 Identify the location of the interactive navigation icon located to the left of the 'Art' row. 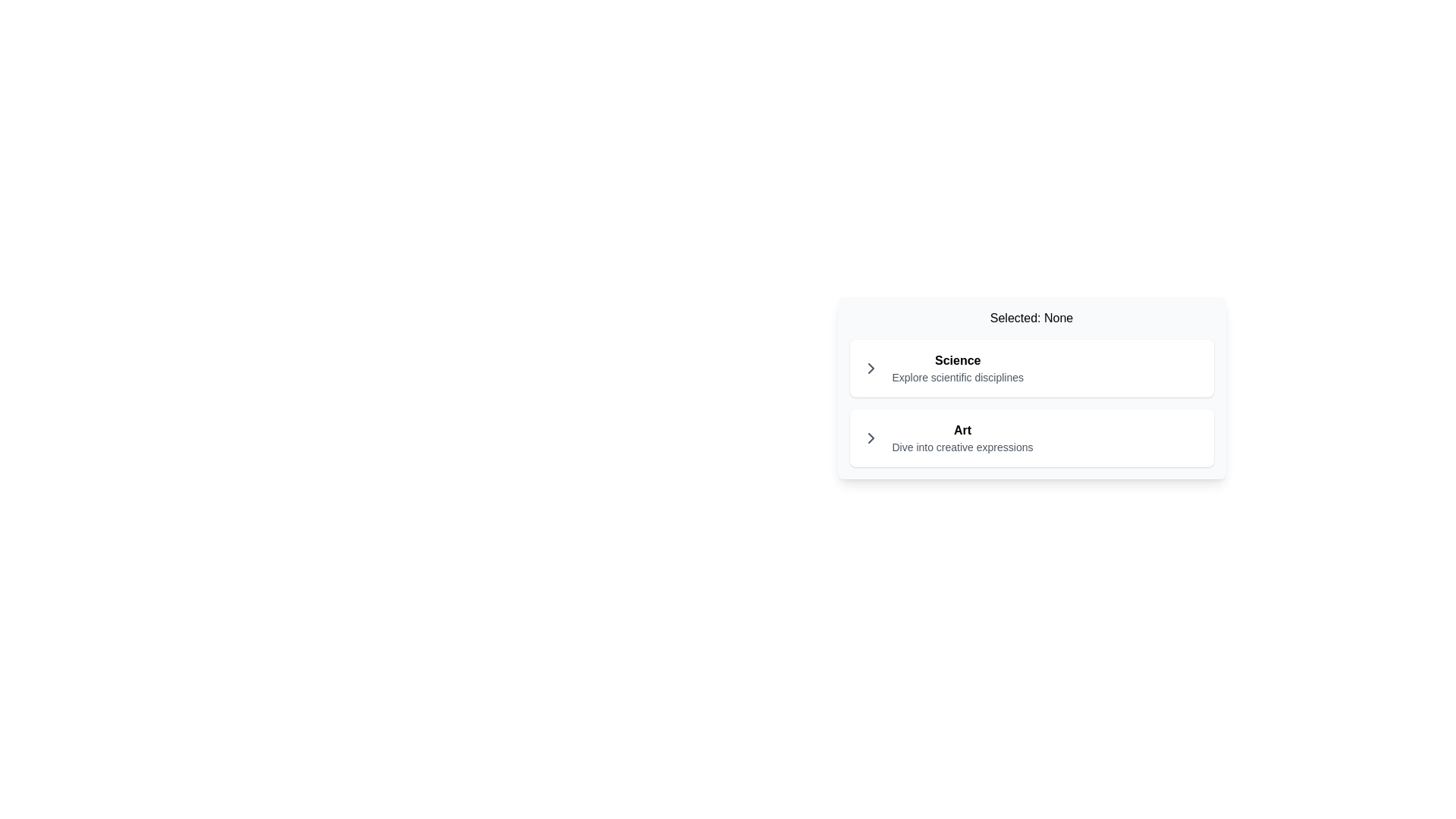
(871, 438).